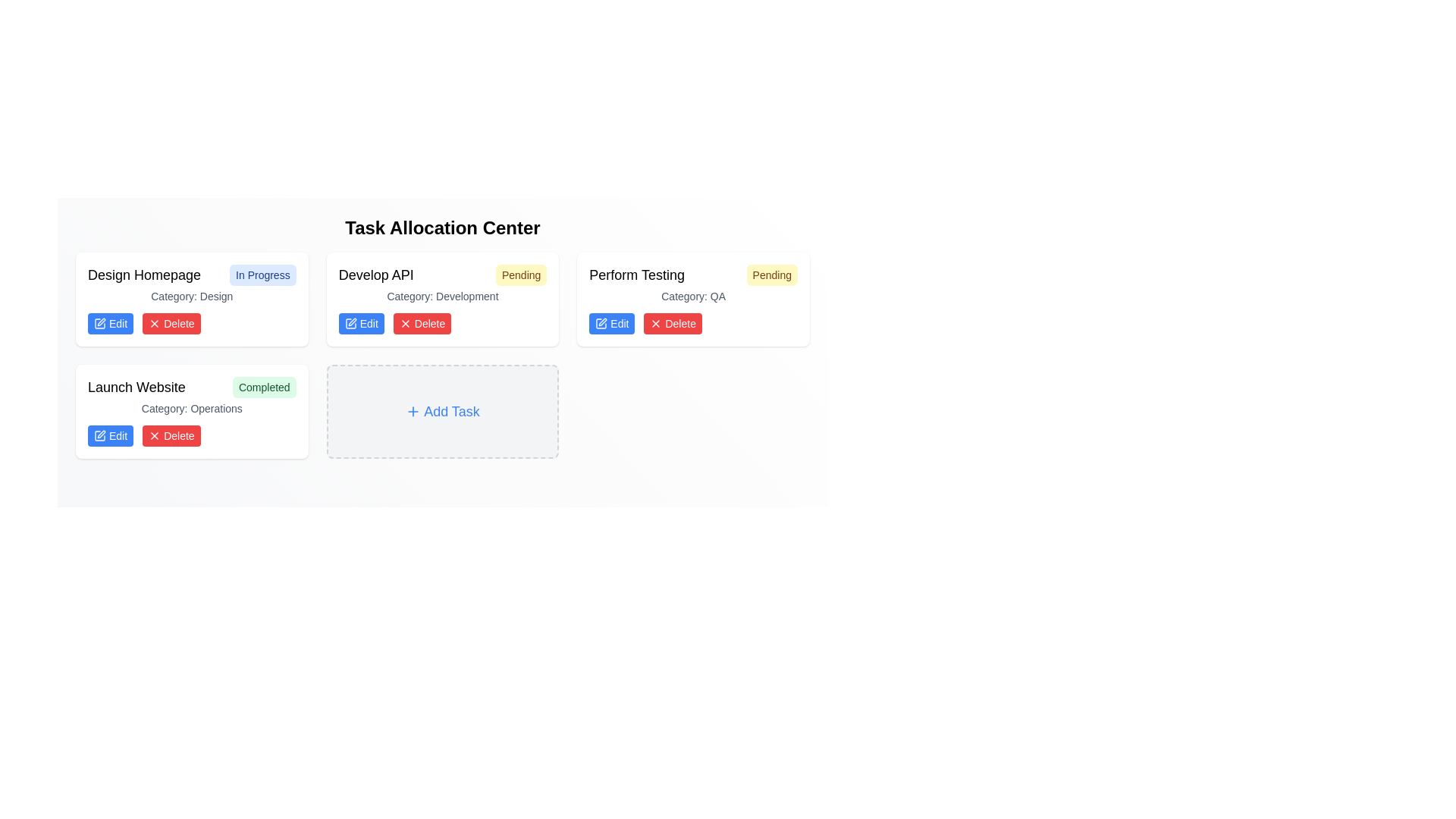 The height and width of the screenshot is (819, 1456). What do you see at coordinates (351, 321) in the screenshot?
I see `the edit icon located within the 'Develop API' panel, positioned under the task card's title and next to the 'Edit' option` at bounding box center [351, 321].